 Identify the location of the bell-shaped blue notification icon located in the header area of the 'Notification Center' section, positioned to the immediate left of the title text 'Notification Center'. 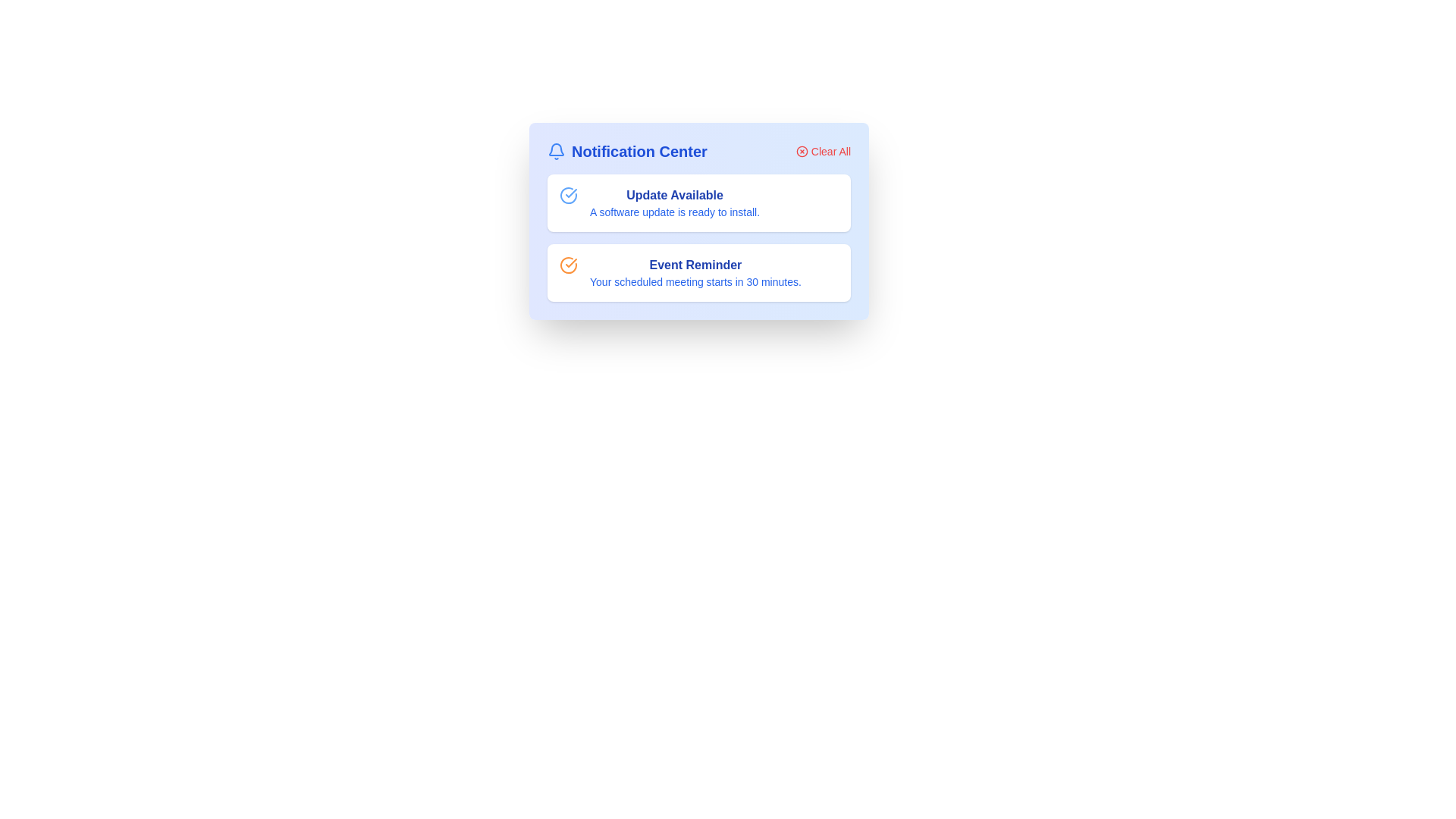
(556, 152).